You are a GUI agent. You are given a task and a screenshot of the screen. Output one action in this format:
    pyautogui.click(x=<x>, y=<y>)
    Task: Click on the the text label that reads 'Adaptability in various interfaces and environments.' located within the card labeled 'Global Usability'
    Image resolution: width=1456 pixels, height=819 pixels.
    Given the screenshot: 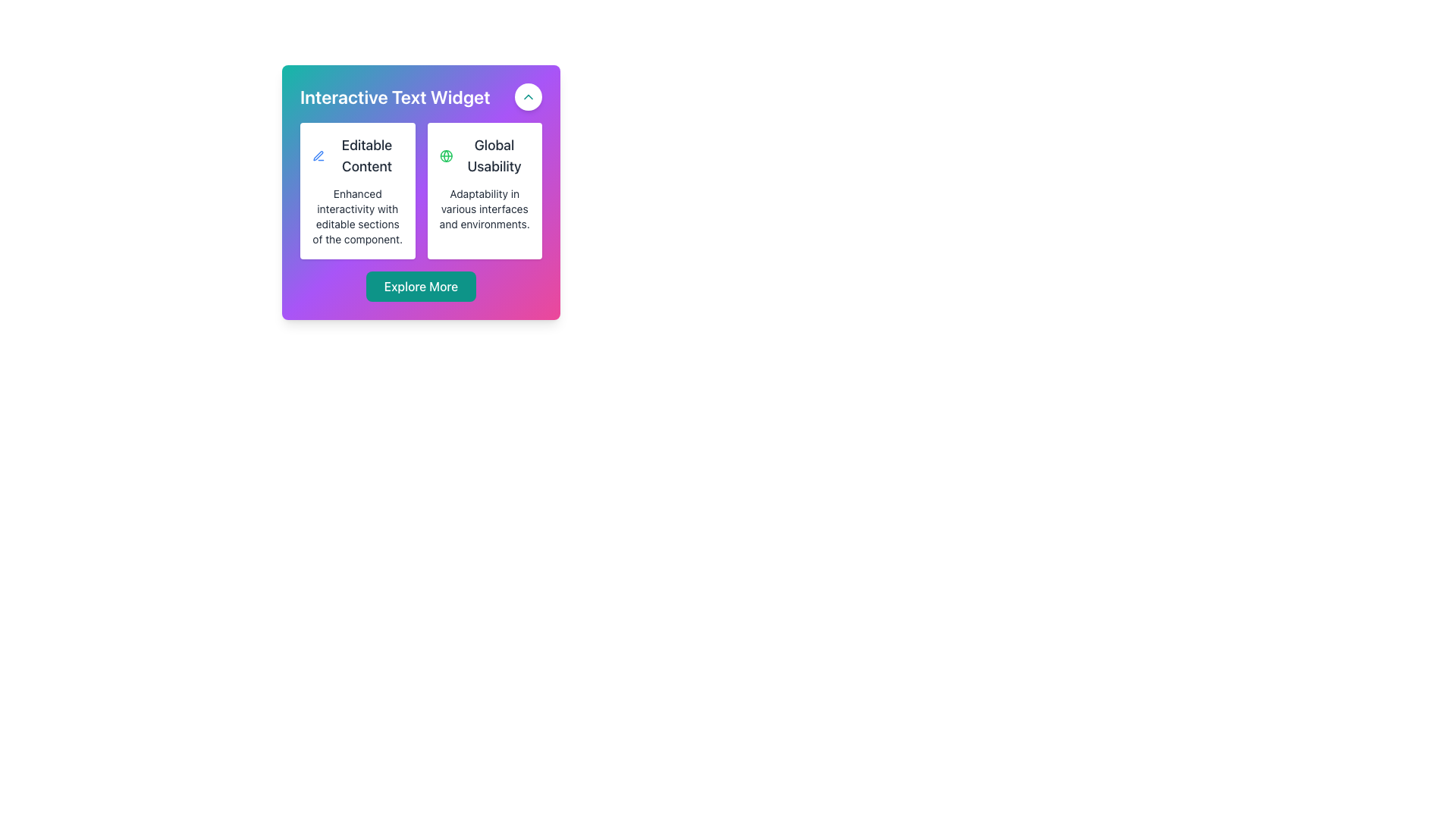 What is the action you would take?
    pyautogui.click(x=484, y=209)
    